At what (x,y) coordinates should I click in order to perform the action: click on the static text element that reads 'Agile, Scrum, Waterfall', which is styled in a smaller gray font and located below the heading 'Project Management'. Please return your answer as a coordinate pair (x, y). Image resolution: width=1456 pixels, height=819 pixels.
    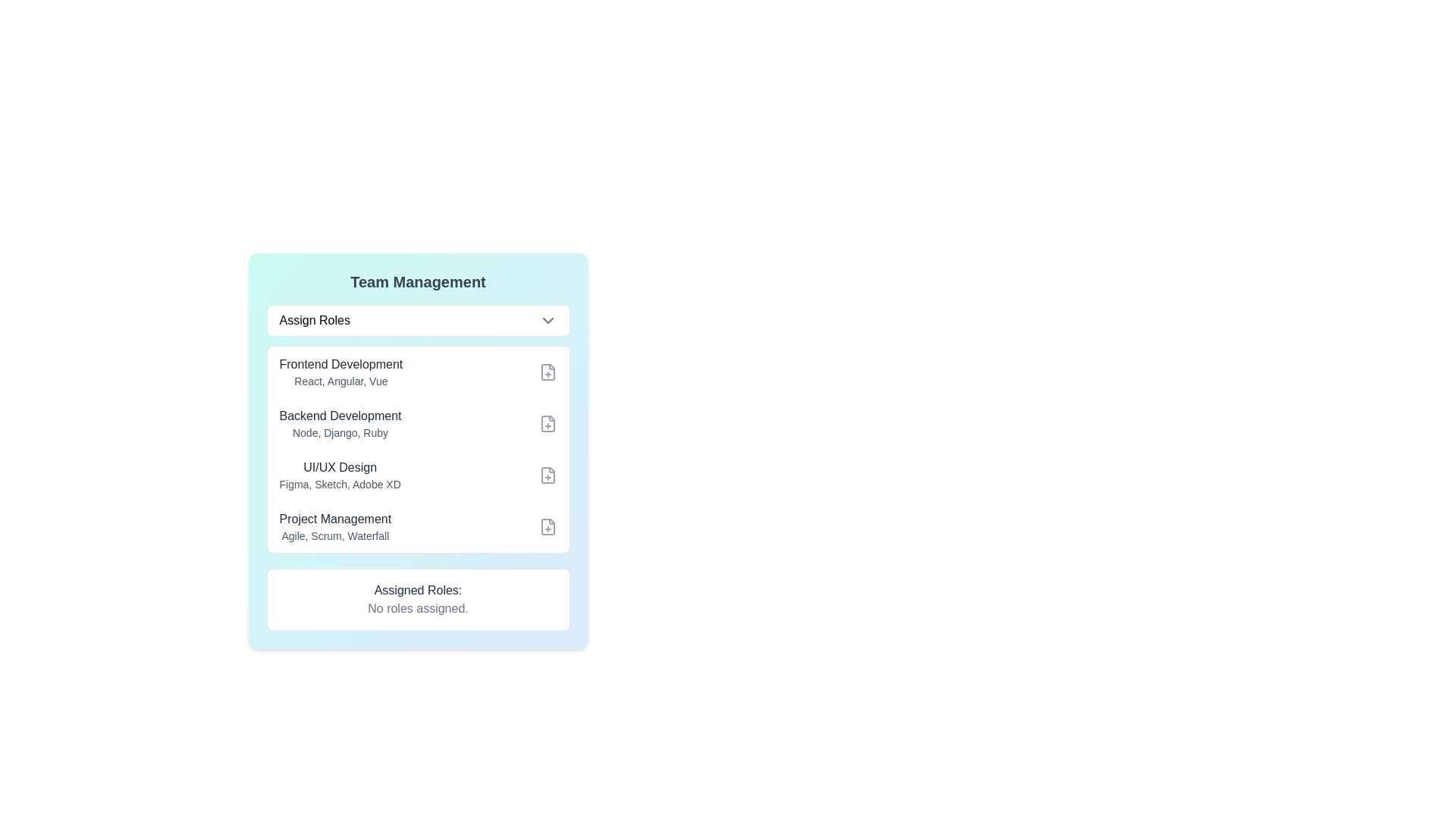
    Looking at the image, I should click on (334, 535).